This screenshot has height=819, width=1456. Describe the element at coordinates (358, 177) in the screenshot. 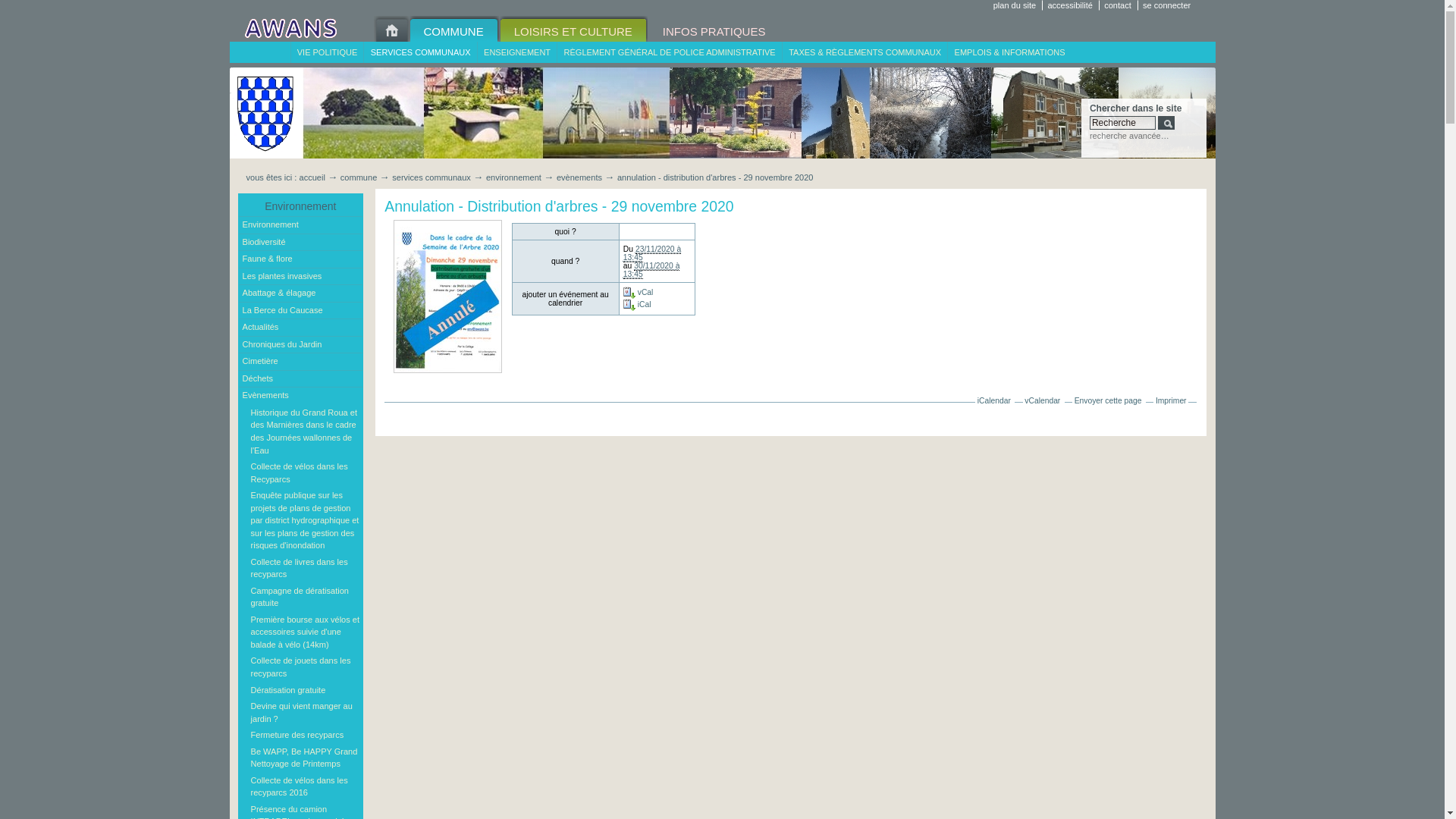

I see `'commune'` at that location.